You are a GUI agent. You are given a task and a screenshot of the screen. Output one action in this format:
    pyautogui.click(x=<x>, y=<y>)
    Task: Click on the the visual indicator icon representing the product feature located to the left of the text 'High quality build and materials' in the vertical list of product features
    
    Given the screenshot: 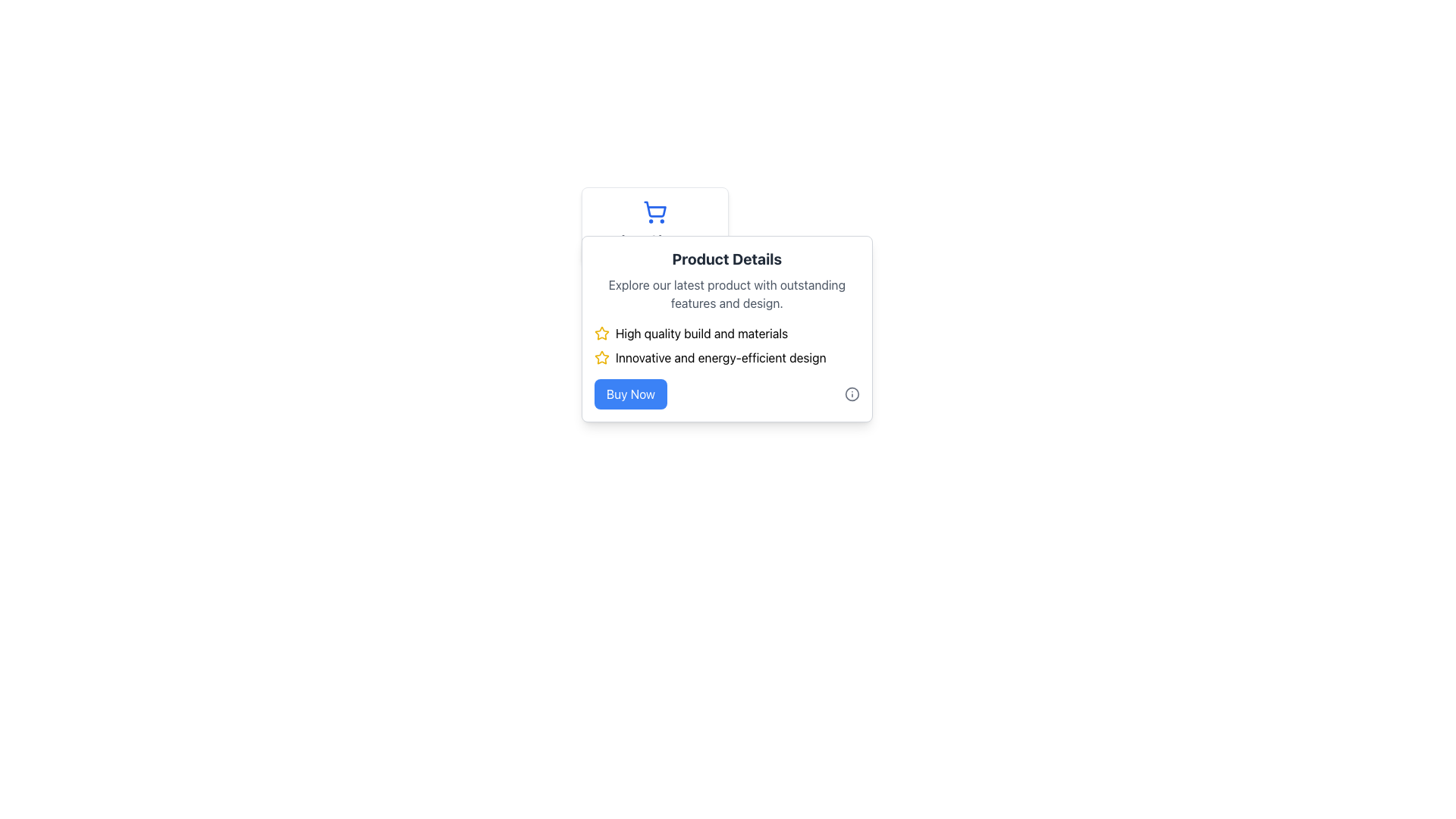 What is the action you would take?
    pyautogui.click(x=601, y=332)
    